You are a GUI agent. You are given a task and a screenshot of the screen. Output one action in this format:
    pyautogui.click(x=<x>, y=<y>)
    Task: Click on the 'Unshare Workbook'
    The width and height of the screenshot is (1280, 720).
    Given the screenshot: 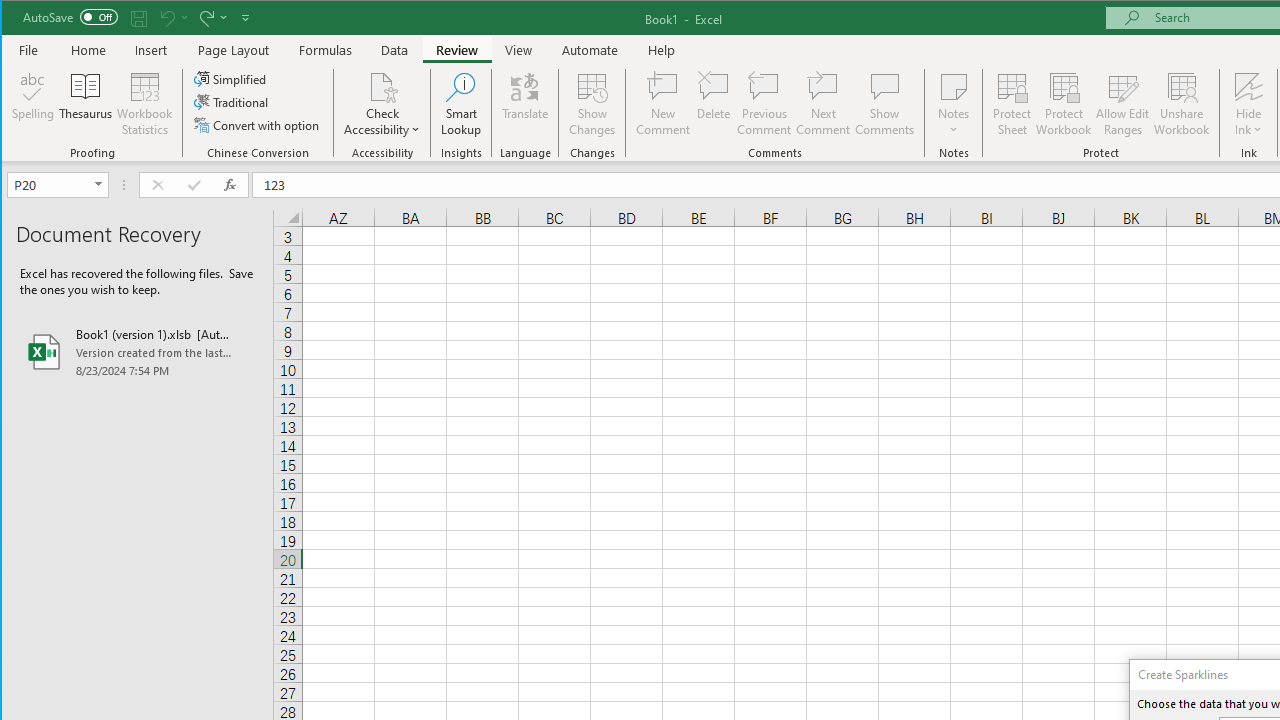 What is the action you would take?
    pyautogui.click(x=1182, y=104)
    